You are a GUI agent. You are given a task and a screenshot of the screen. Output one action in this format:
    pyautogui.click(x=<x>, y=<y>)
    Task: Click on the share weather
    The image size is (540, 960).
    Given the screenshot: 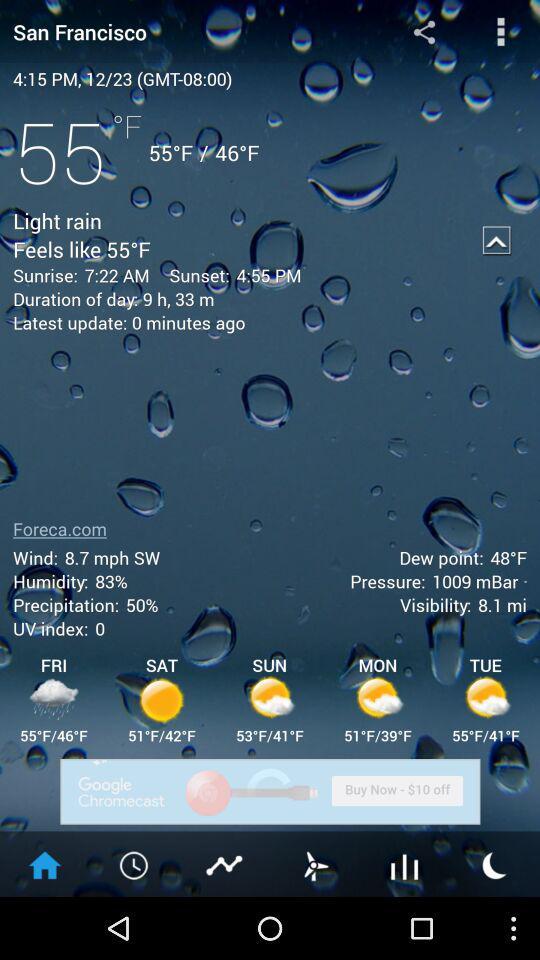 What is the action you would take?
    pyautogui.click(x=423, y=30)
    